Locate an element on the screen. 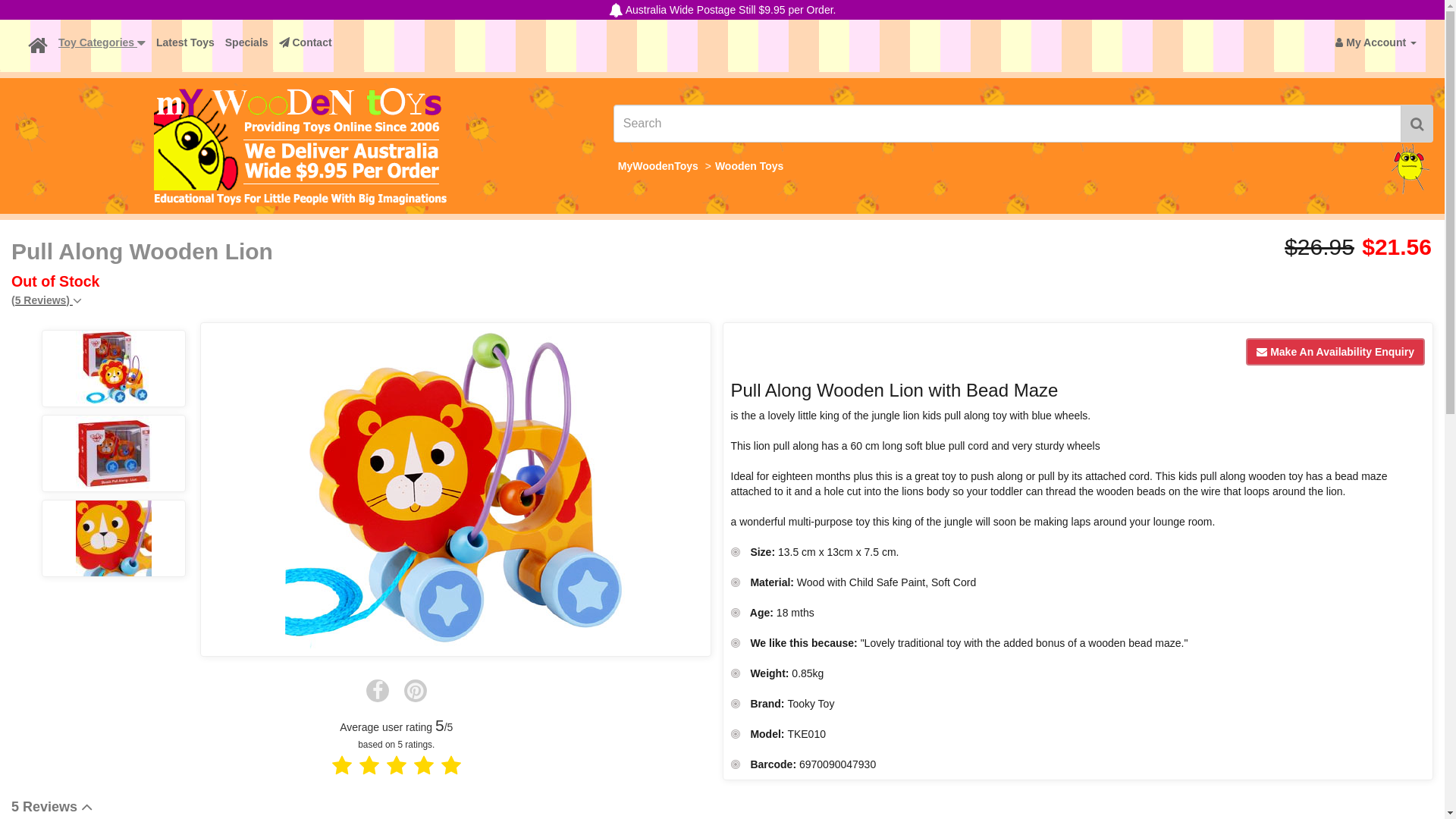 This screenshot has width=1456, height=819. 'Specials' is located at coordinates (218, 42).